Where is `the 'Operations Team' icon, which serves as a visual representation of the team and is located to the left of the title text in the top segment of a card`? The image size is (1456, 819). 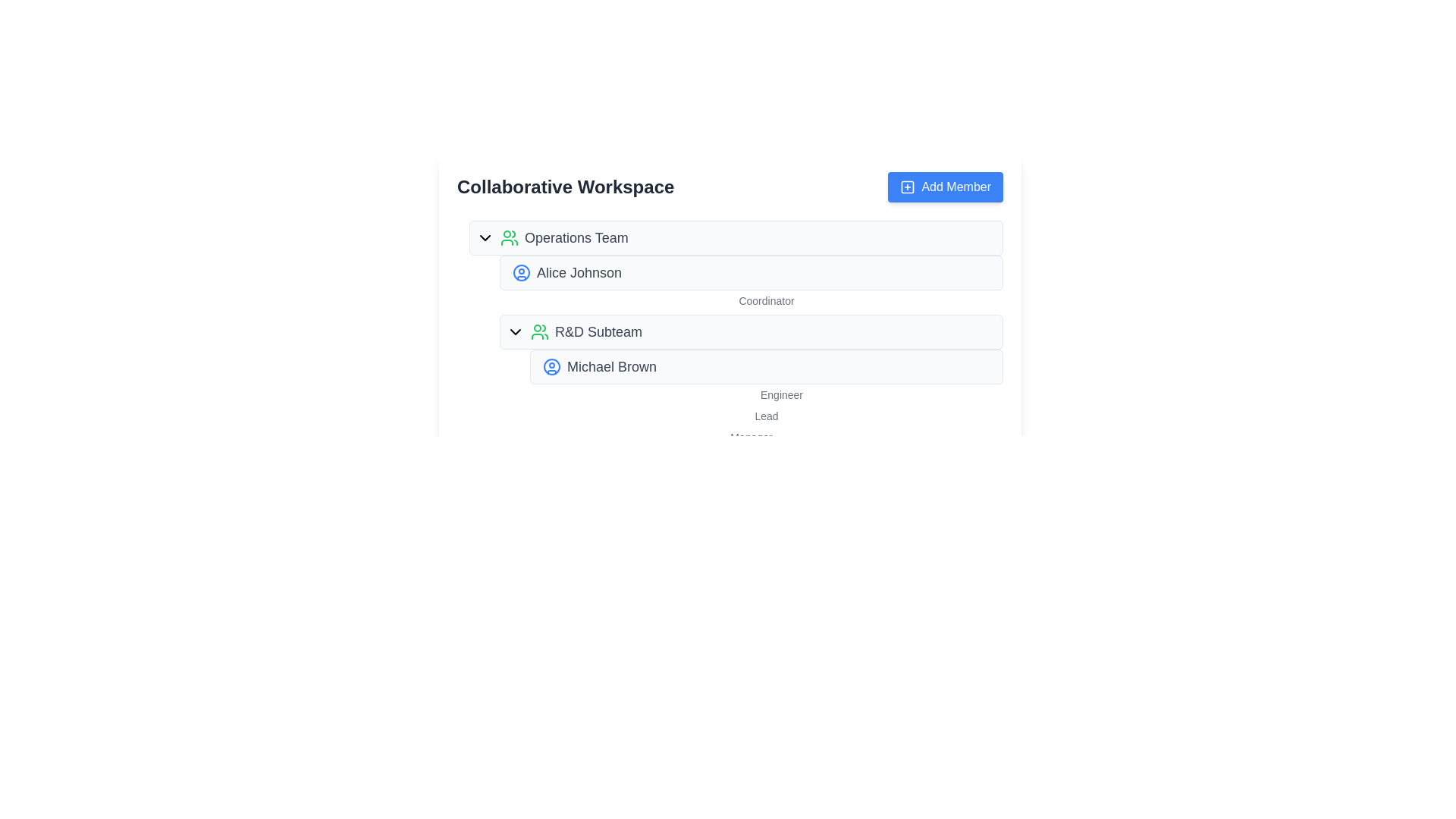
the 'Operations Team' icon, which serves as a visual representation of the team and is located to the left of the title text in the top segment of a card is located at coordinates (510, 237).